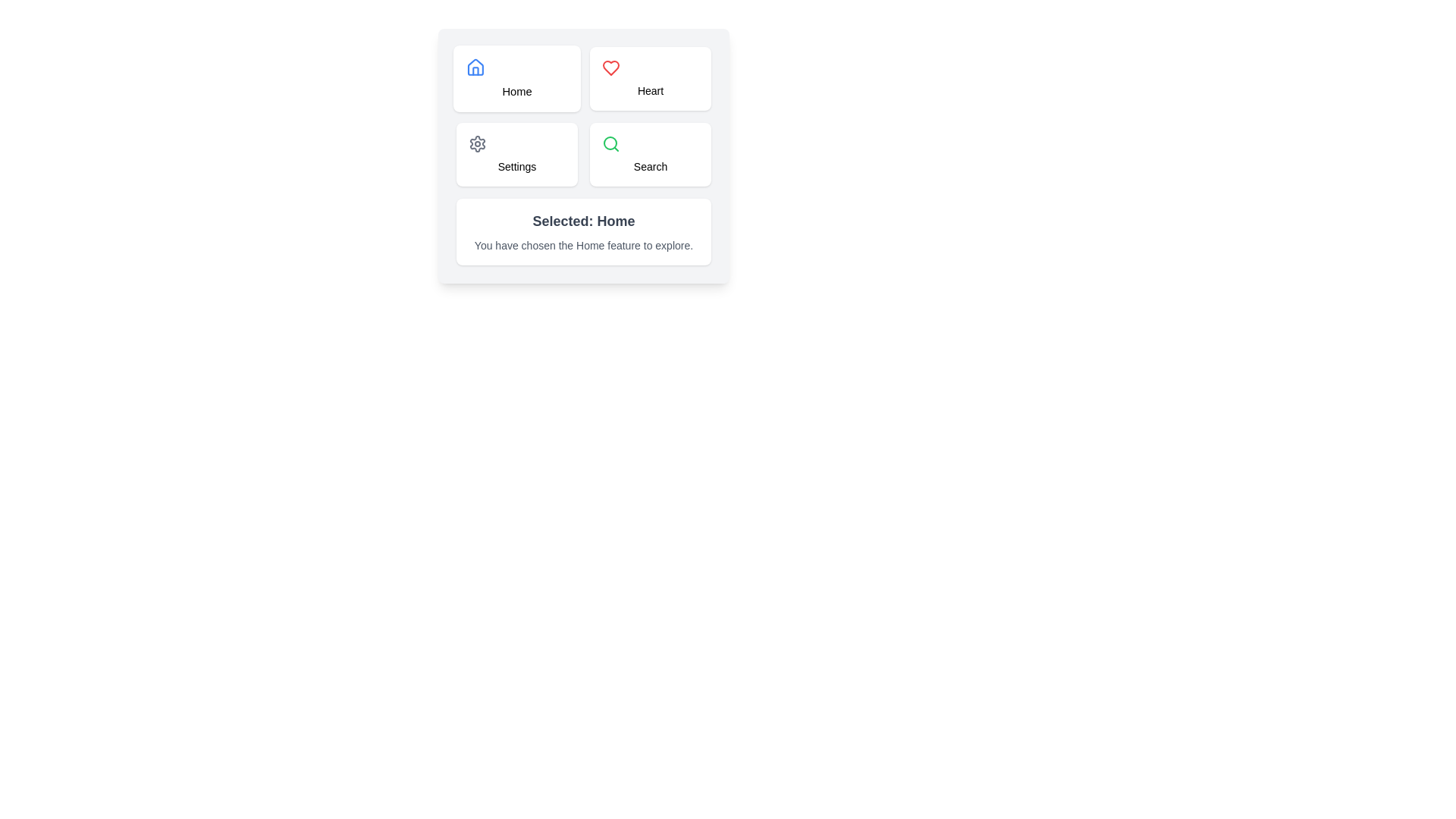  I want to click on the heart-shaped icon outlined in red located in the 'Heart' button at the top-right corner of the grid of buttons, so click(611, 67).